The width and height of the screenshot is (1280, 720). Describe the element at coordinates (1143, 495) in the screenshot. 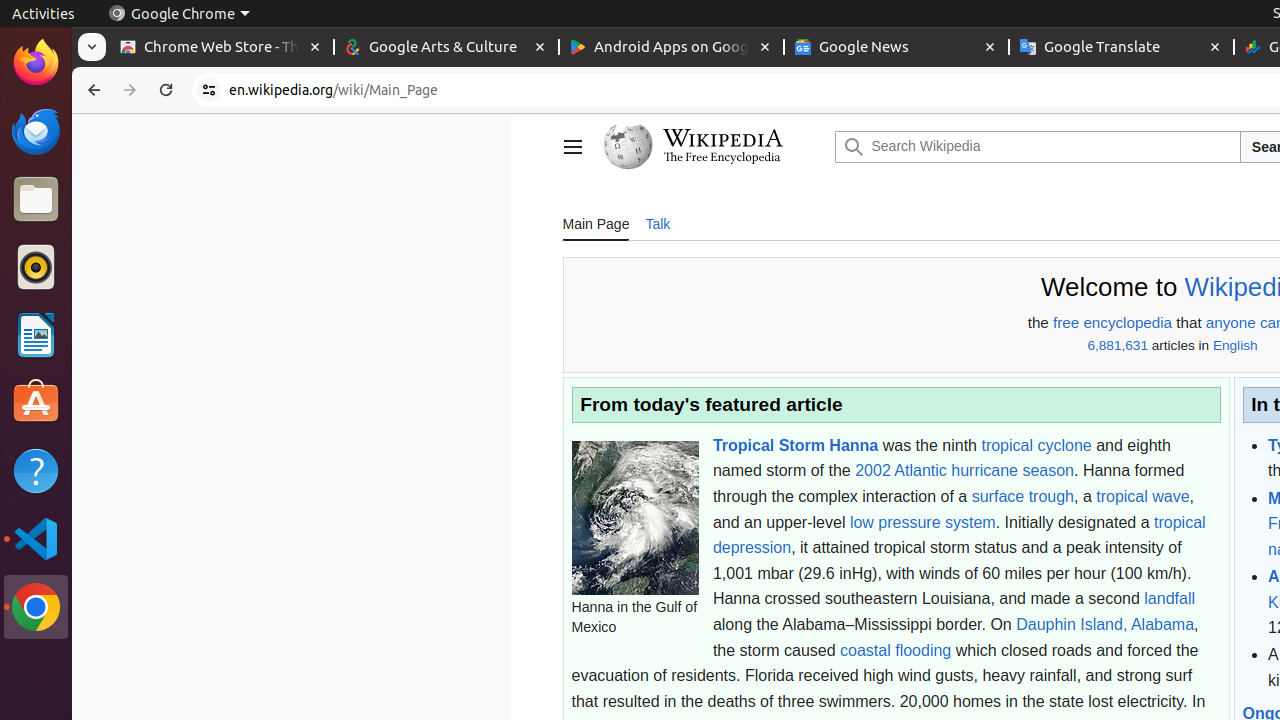

I see `'tropical wave'` at that location.